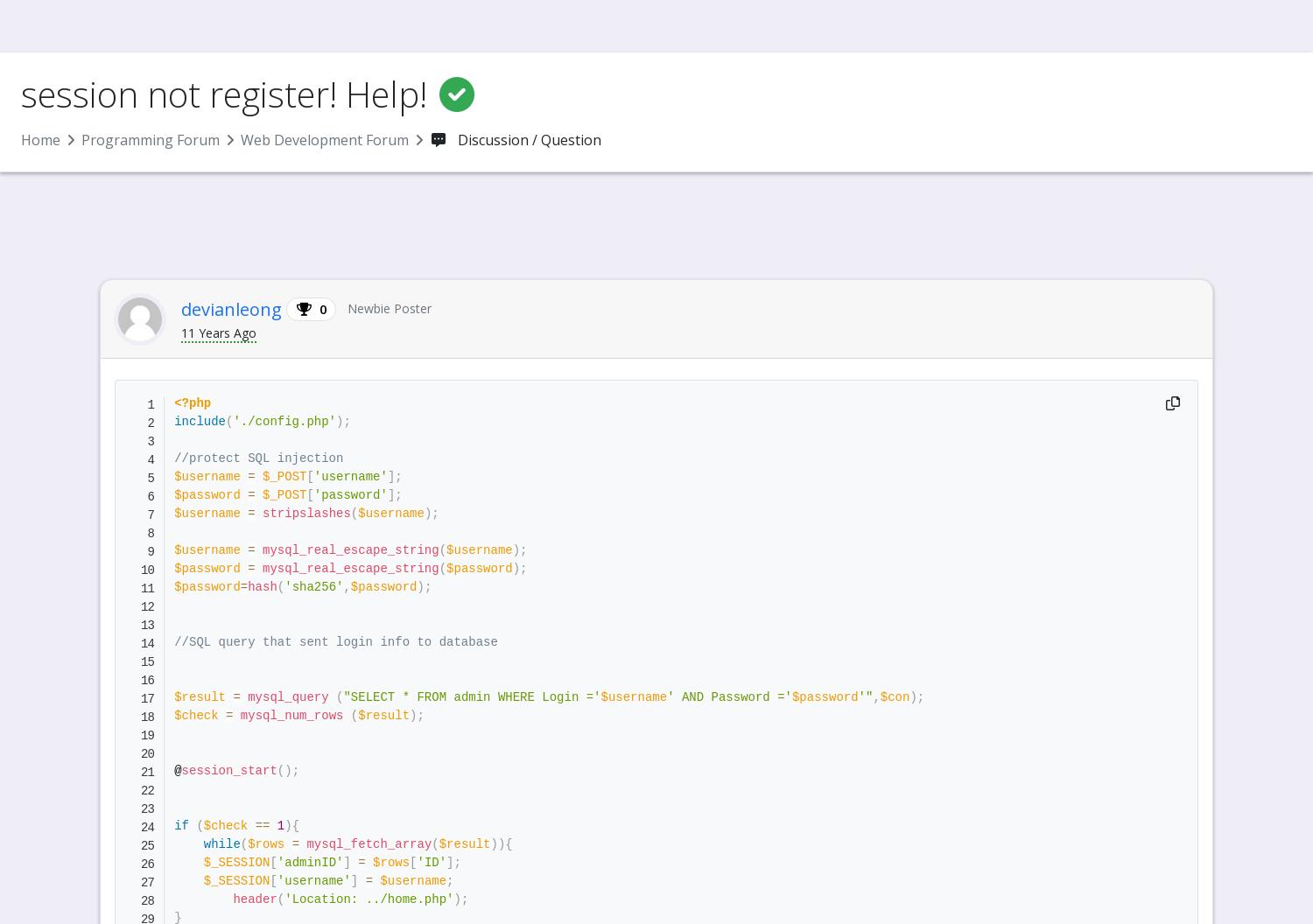 The width and height of the screenshot is (1313, 924). I want to click on 'Don't give idiots who try to hack your page more room to get a right answer. Treat slashes as an invalid character.', so click(535, 521).